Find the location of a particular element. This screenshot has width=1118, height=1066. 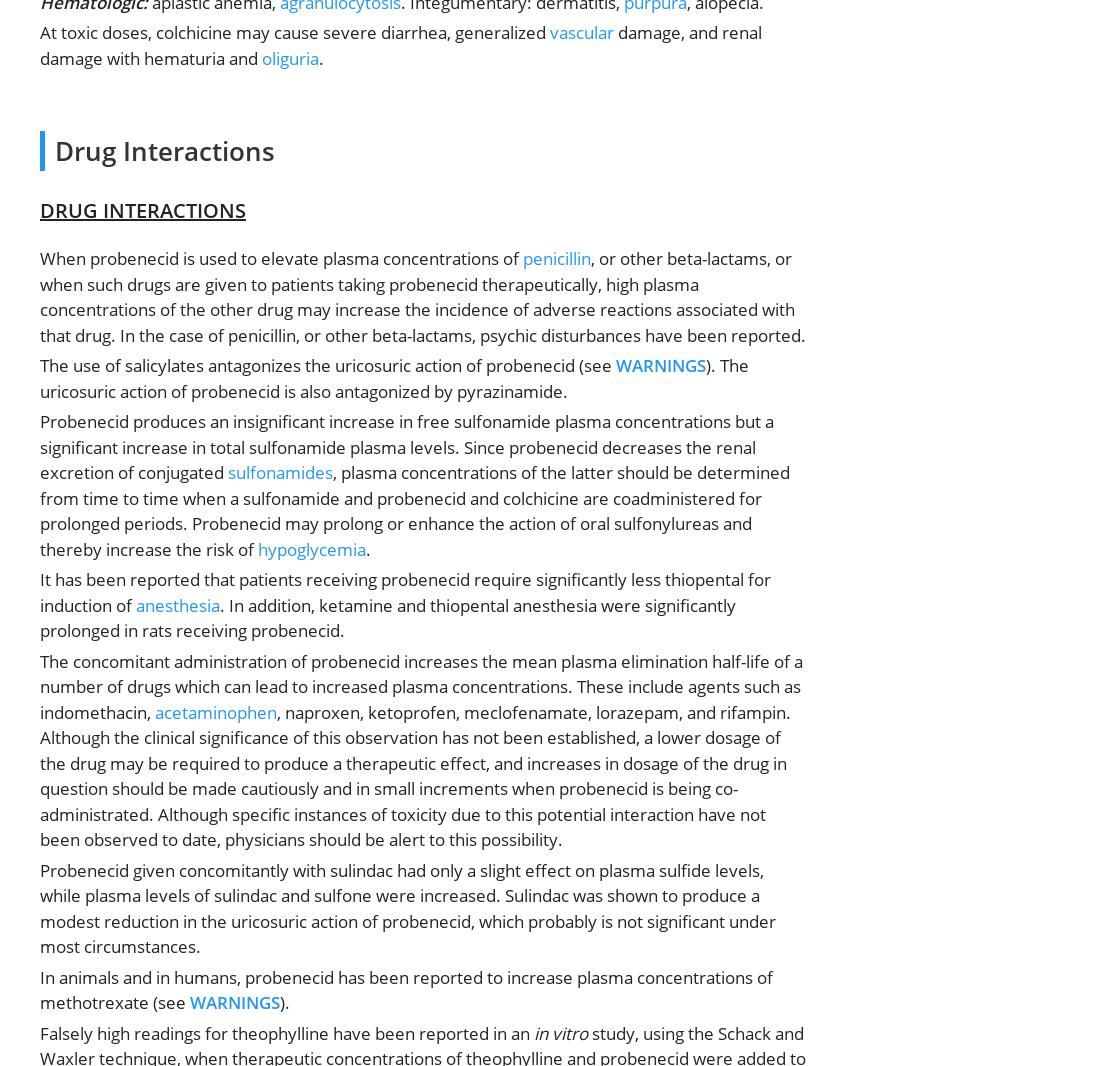

'At toxic doses, colchicine may cause severe diarrhea, generalized' is located at coordinates (294, 31).